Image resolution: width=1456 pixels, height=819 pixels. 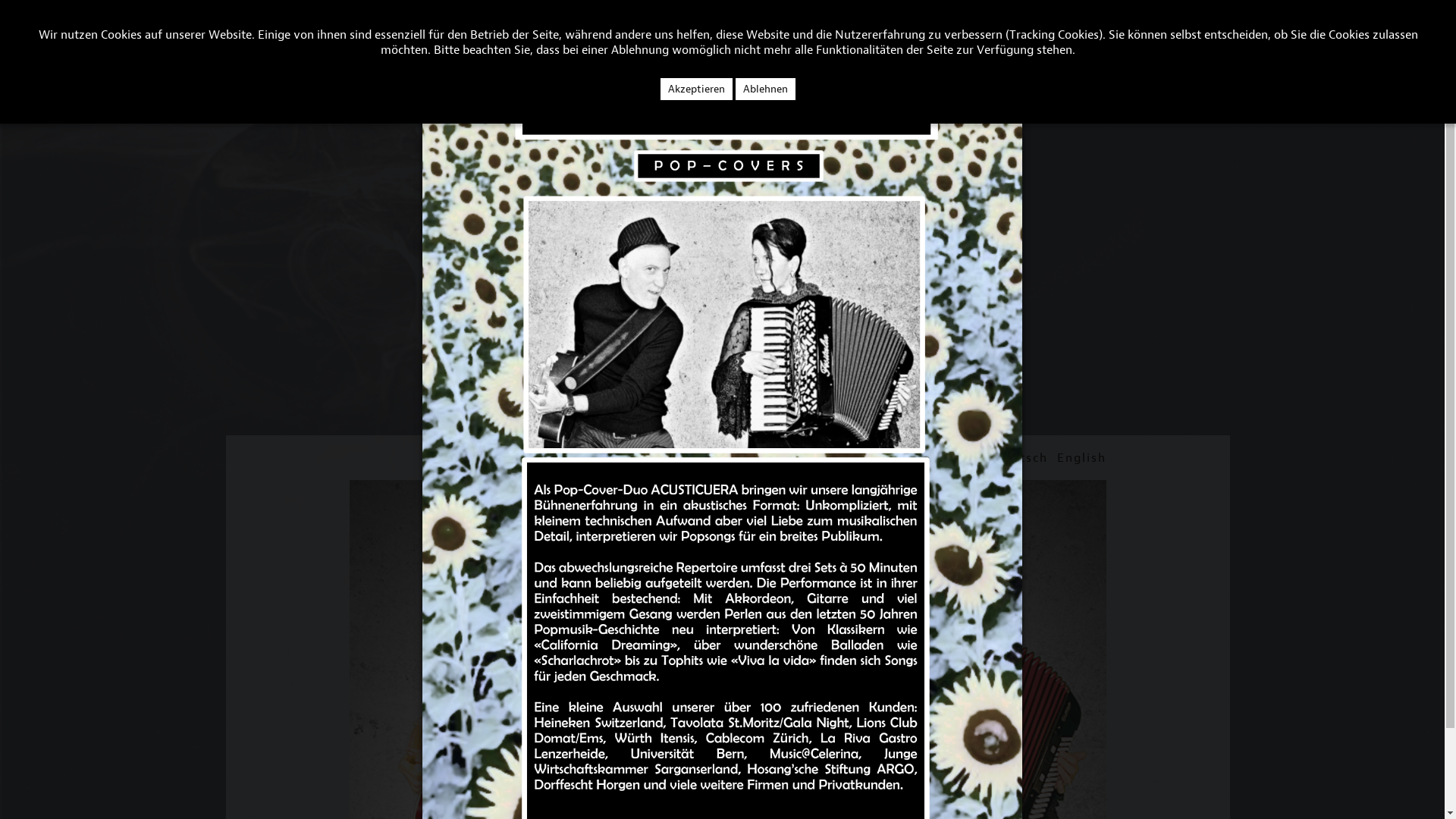 What do you see at coordinates (1081, 457) in the screenshot?
I see `'English'` at bounding box center [1081, 457].